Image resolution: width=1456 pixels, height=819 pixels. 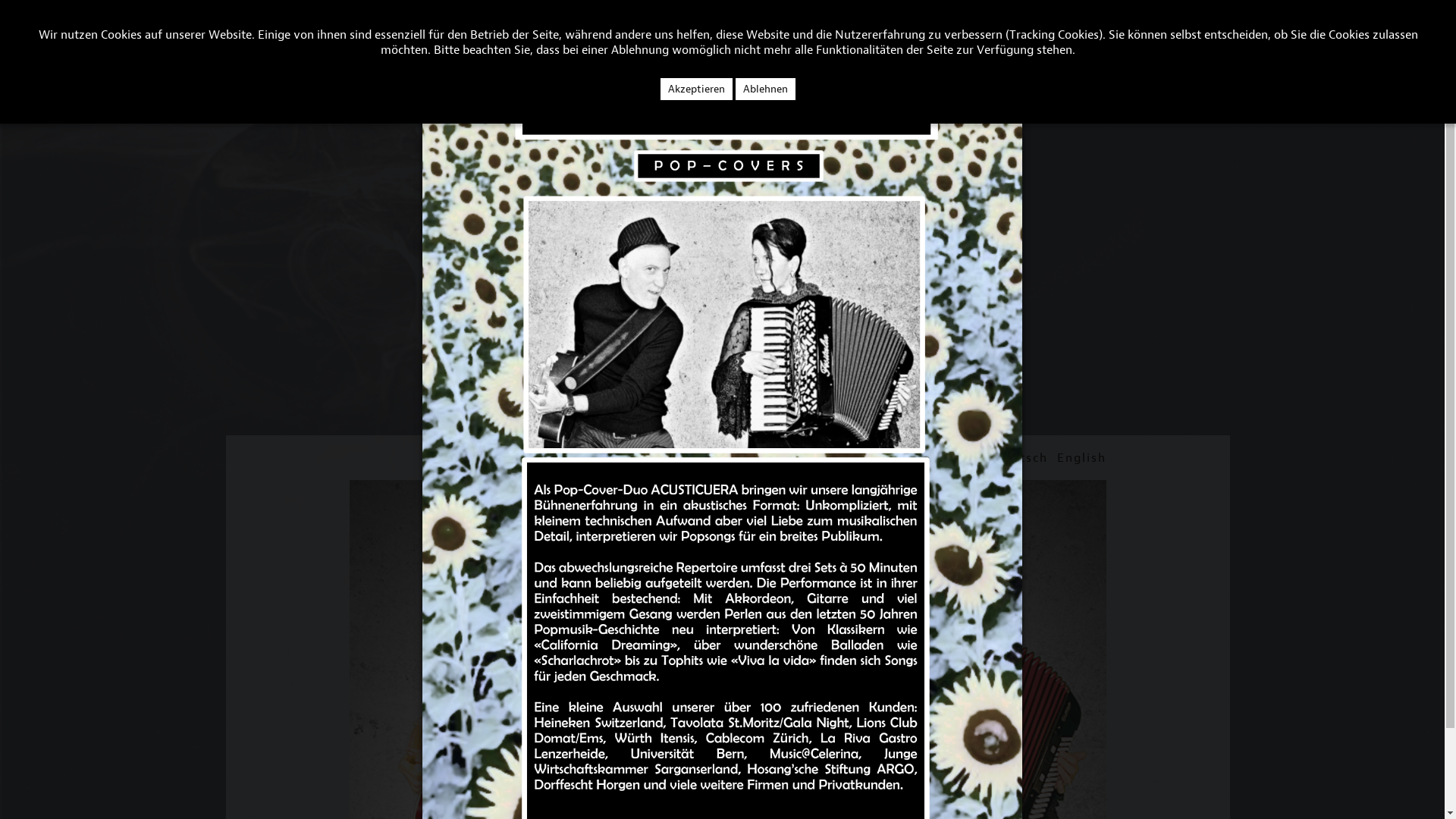 What do you see at coordinates (1081, 457) in the screenshot?
I see `'English'` at bounding box center [1081, 457].